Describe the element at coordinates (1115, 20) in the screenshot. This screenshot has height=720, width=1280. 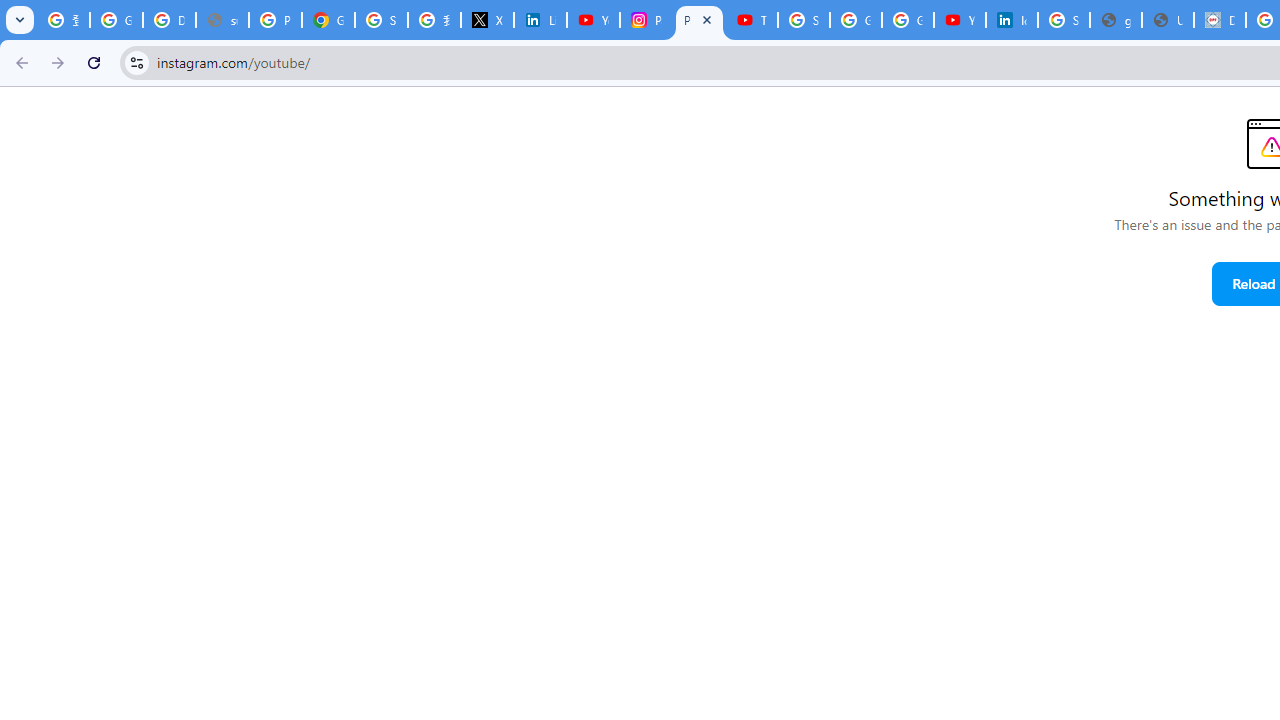
I see `'google_privacy_policy_en.pdf'` at that location.